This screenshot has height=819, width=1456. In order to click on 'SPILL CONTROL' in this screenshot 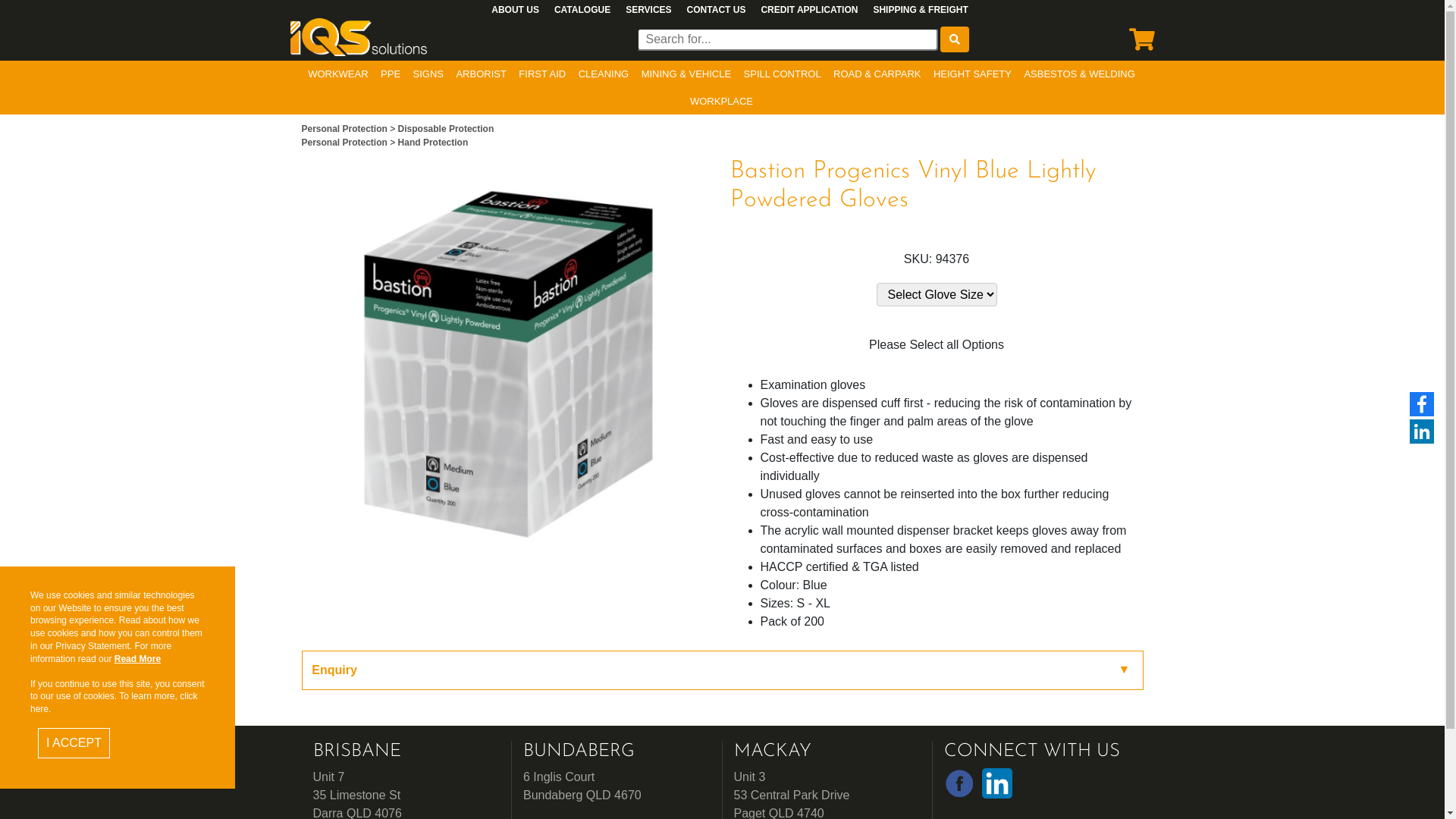, I will do `click(783, 74)`.